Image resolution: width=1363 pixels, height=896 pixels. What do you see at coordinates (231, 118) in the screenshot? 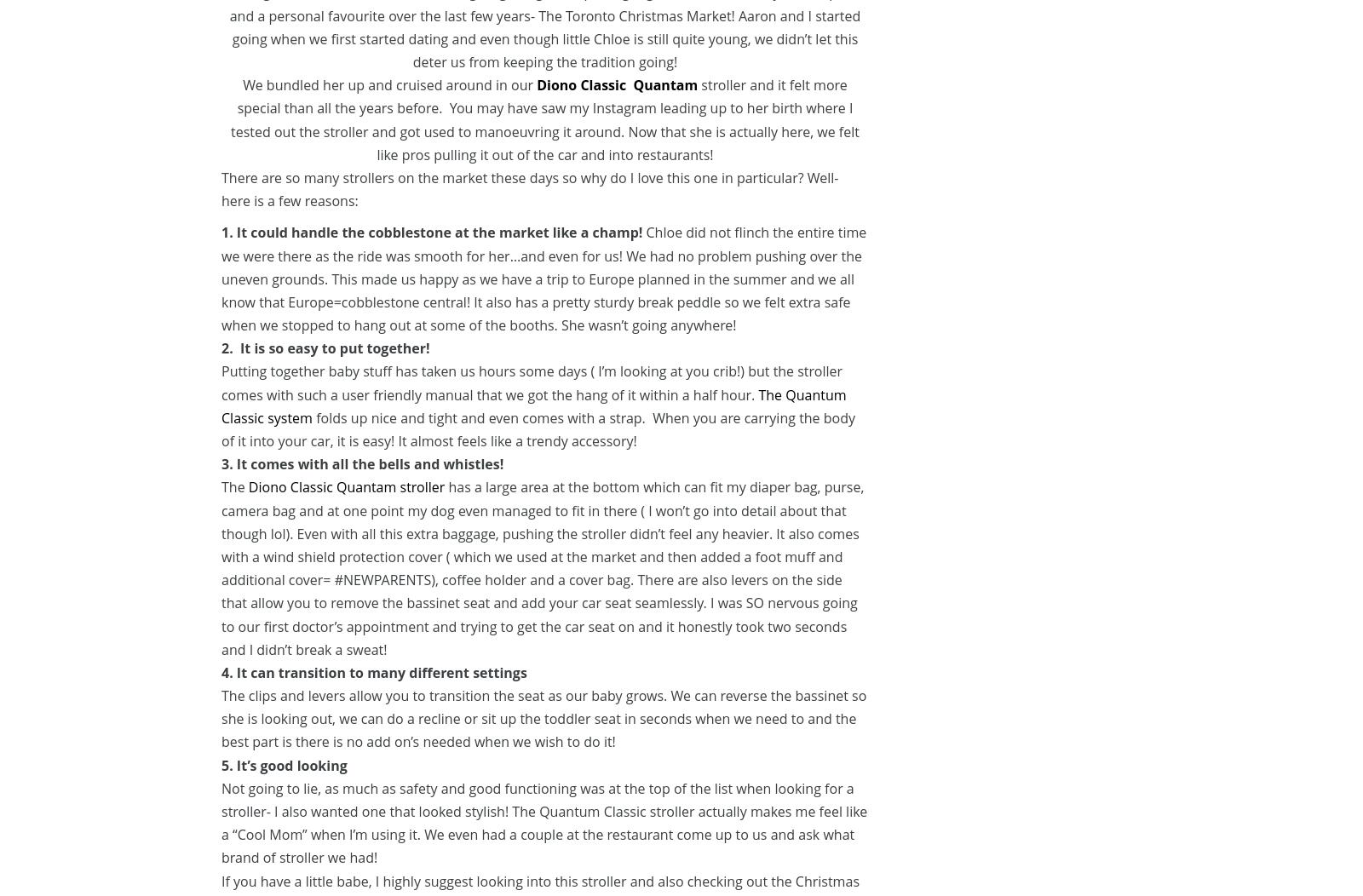
I see `'stroller and it felt more special than all the years before.  You may have saw my Instagram leading up to her birth where I tested out the stroller and got used to manoeuvring it around. Now that she is actually here, we felt like pros pulling it out of the car and into restaurants!'` at bounding box center [231, 118].